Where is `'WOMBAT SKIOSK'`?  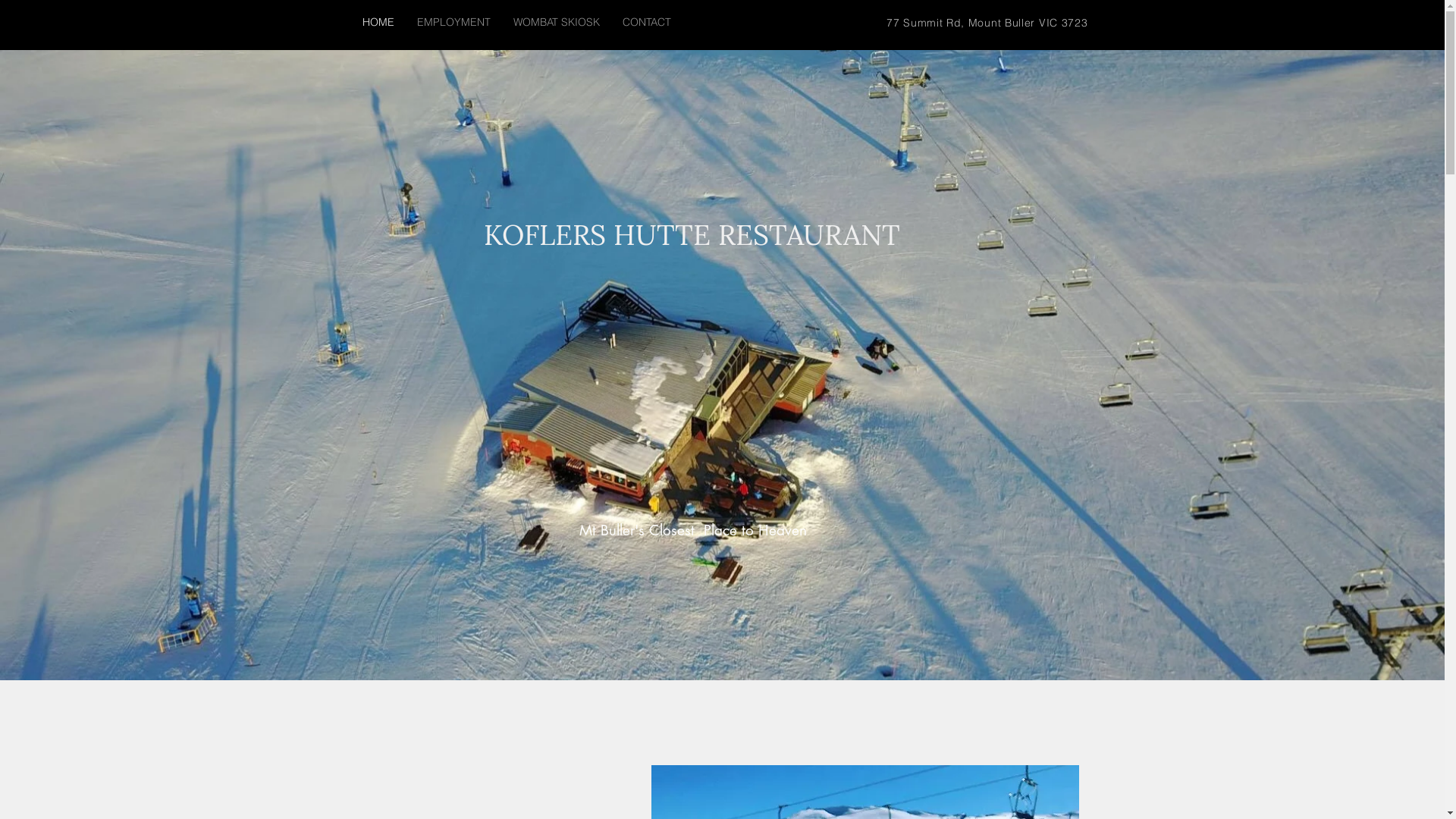
'WOMBAT SKIOSK' is located at coordinates (556, 22).